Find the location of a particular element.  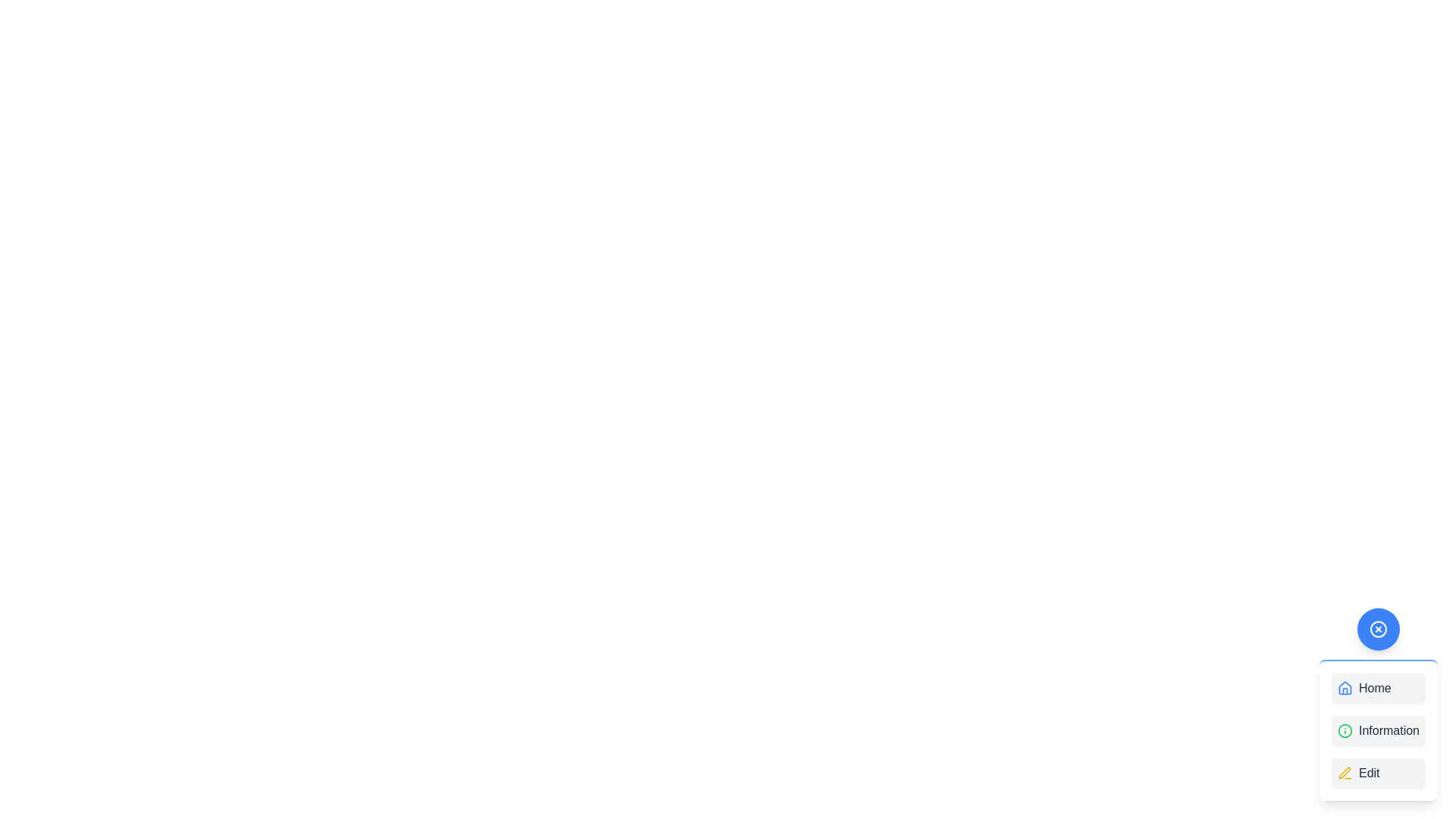

the close or delete icon located inside the rounded blue button at the top-right of the vertical menu is located at coordinates (1379, 629).